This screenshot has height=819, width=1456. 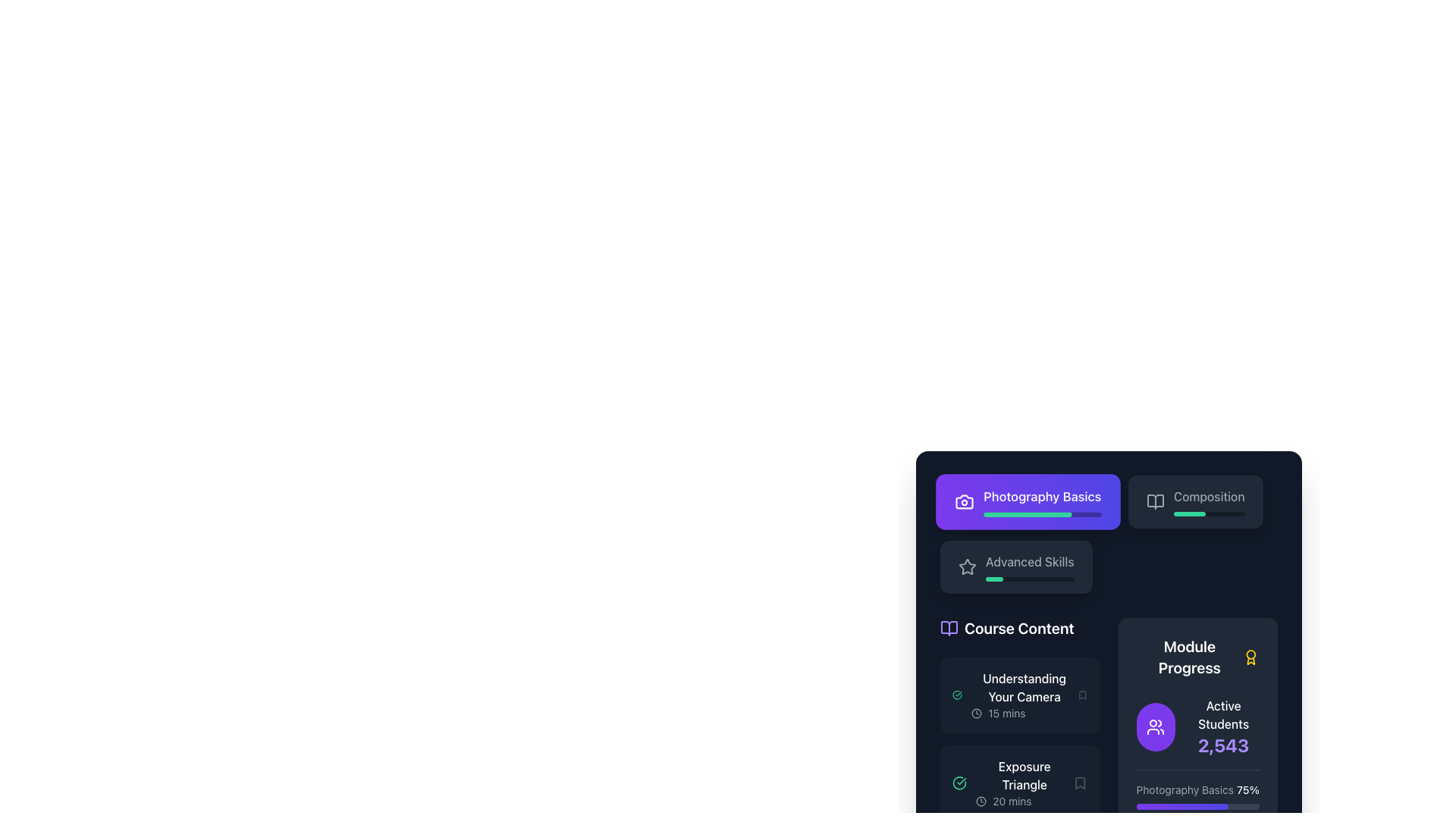 What do you see at coordinates (1248, 789) in the screenshot?
I see `the progress percentage text label located in the 'Module Progress' section, adjacent to 'Photography Basics'` at bounding box center [1248, 789].